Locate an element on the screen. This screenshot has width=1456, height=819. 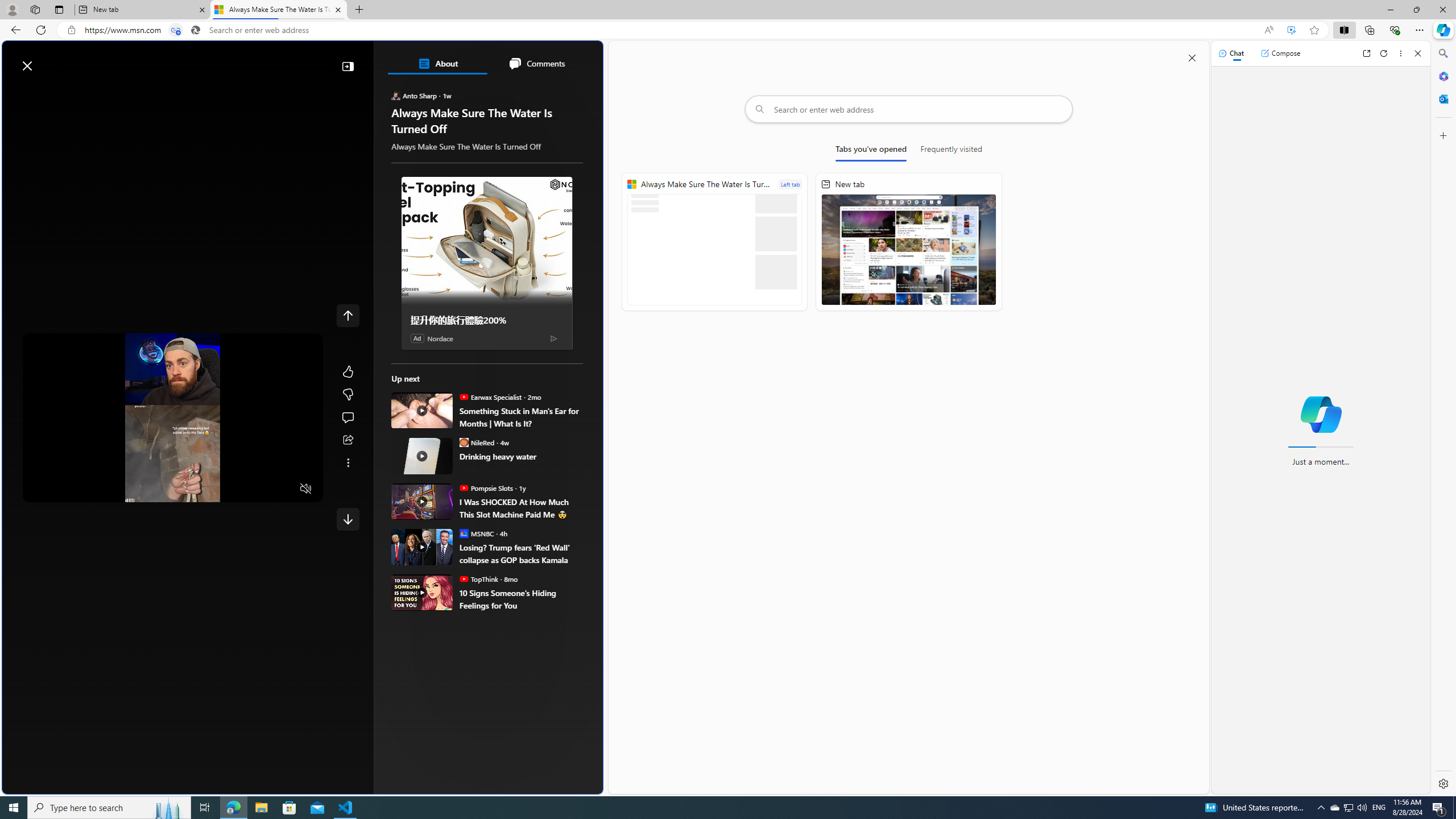
'Captions' is located at coordinates (262, 488).